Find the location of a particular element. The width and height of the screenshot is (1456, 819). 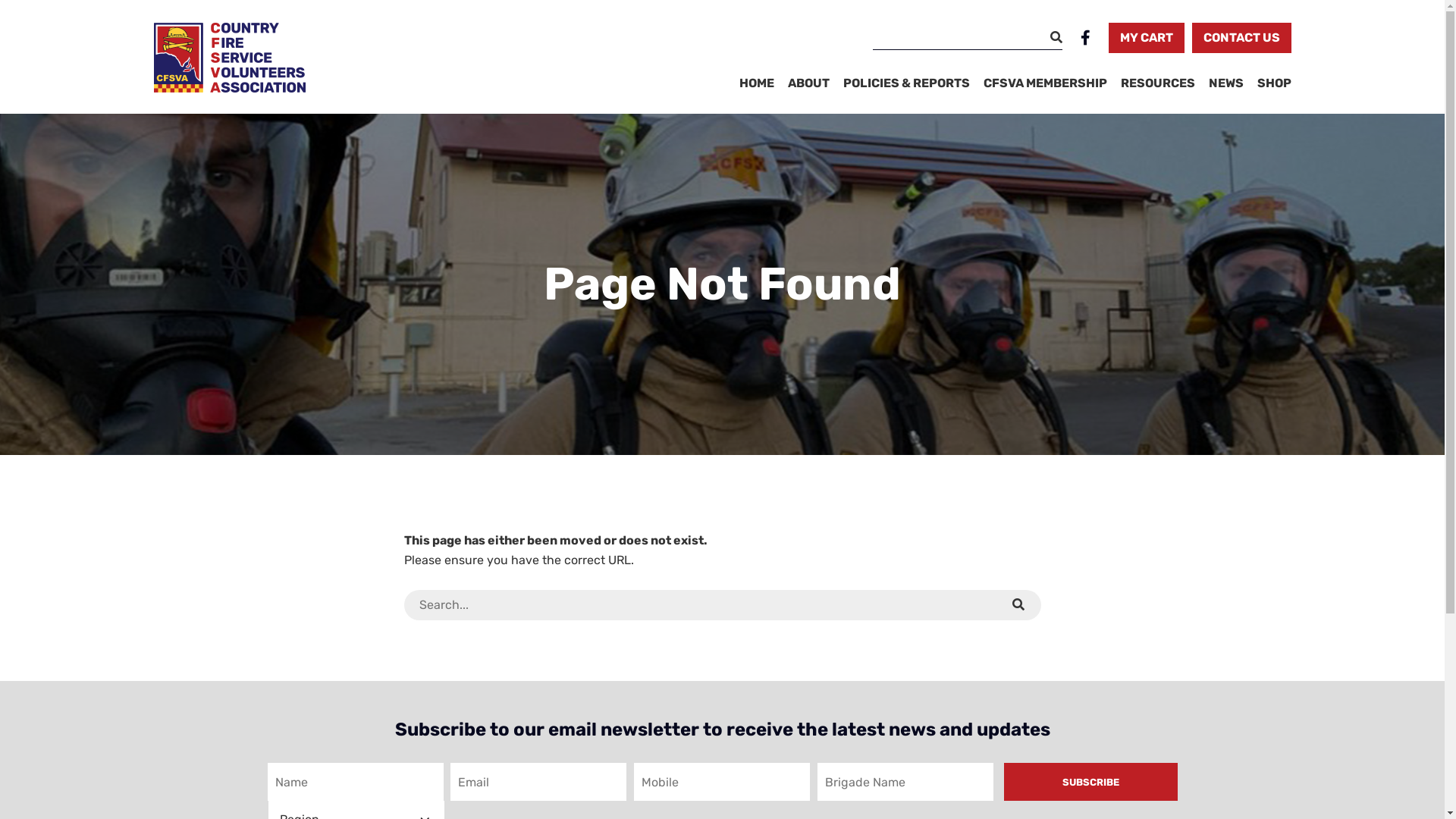

'ABOUT' is located at coordinates (807, 83).